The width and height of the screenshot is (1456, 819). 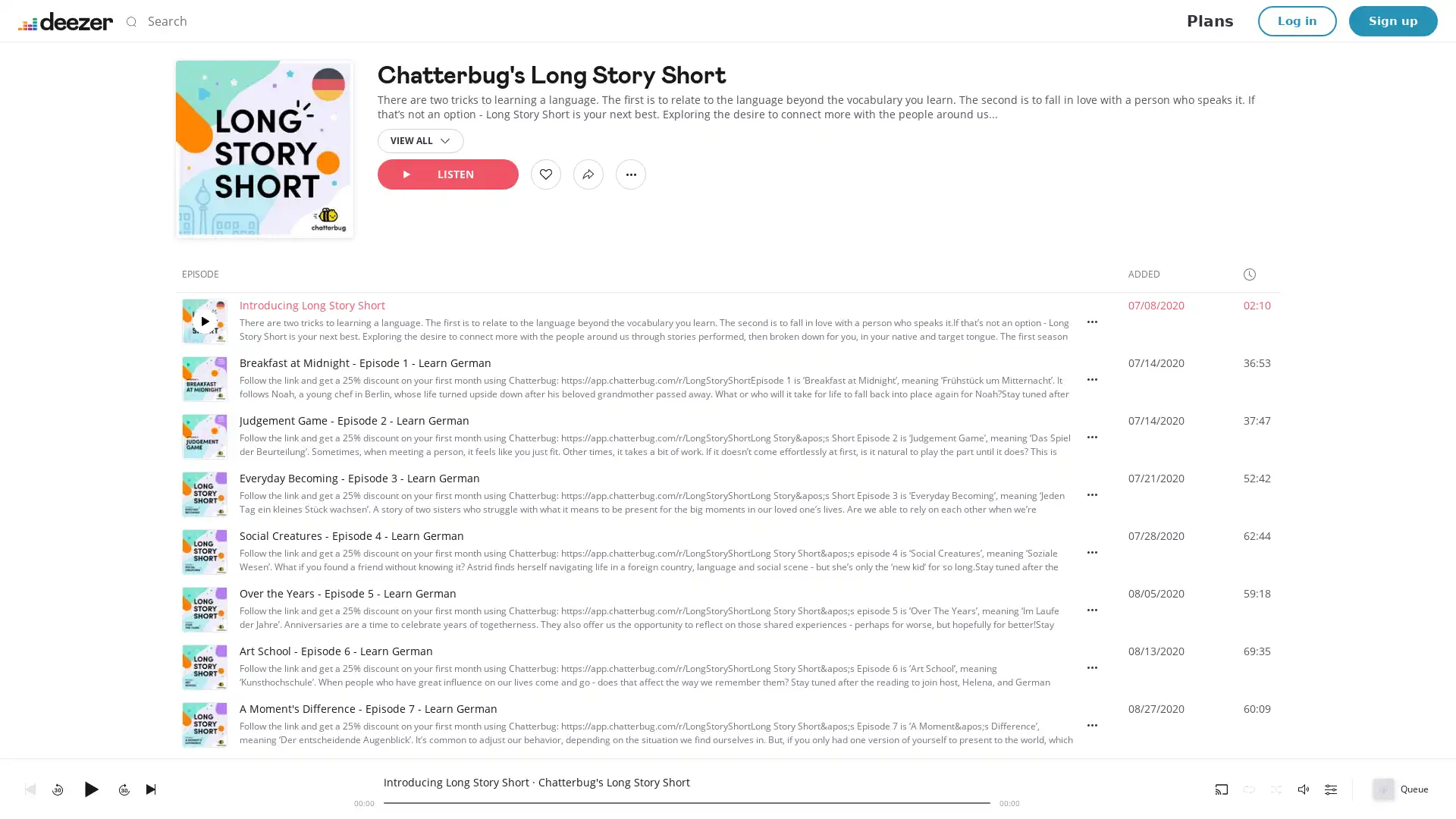 I want to click on Skip back 30 seconds, so click(x=58, y=788).